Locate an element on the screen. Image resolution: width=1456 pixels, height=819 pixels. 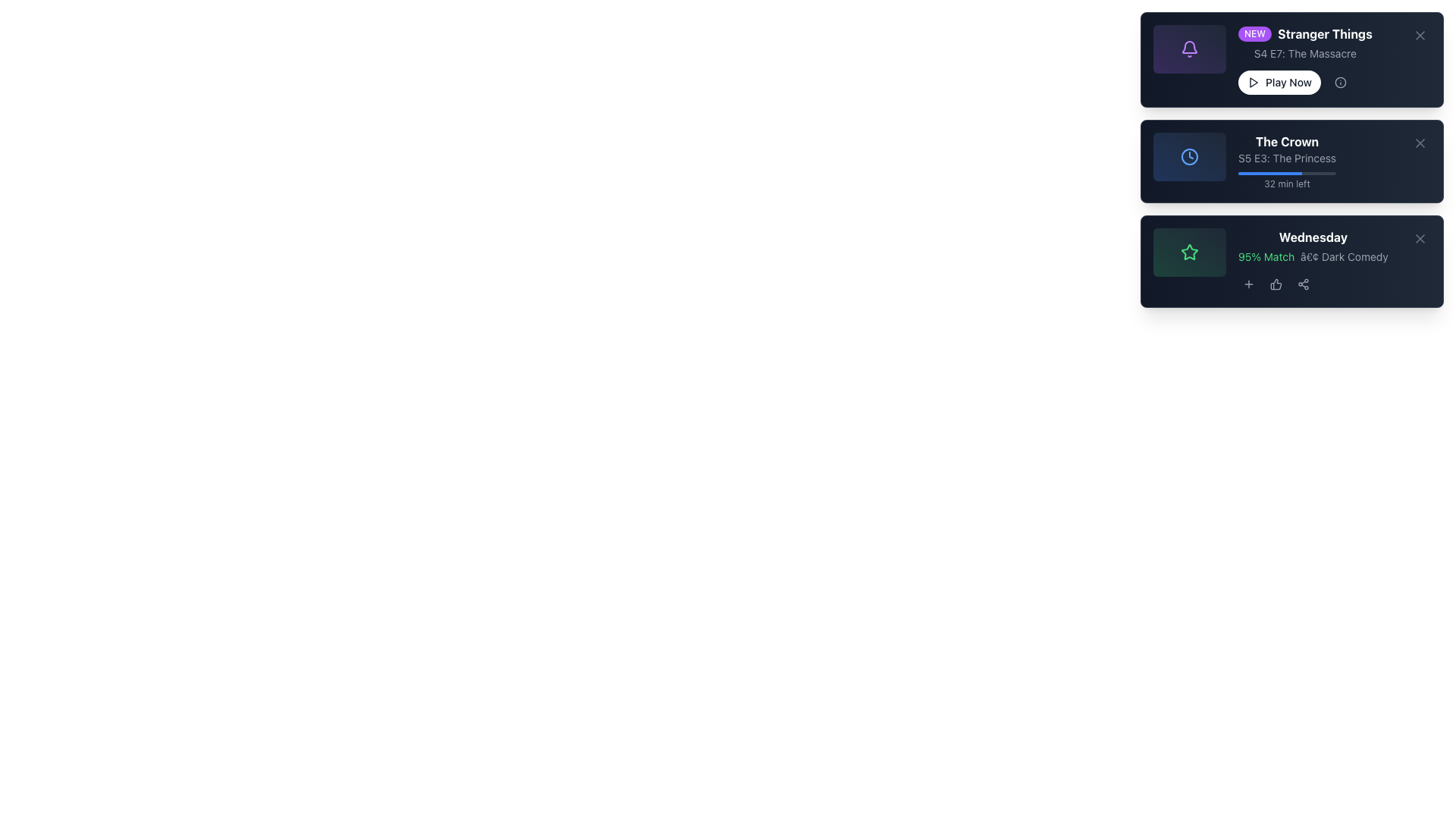
information displayed in the text label that reads '95% Match • Dark Comedy', which is styled with green bold text and lighter gray text, located below the title 'Wednesday' and to the right of a green star icon is located at coordinates (1270, 260).